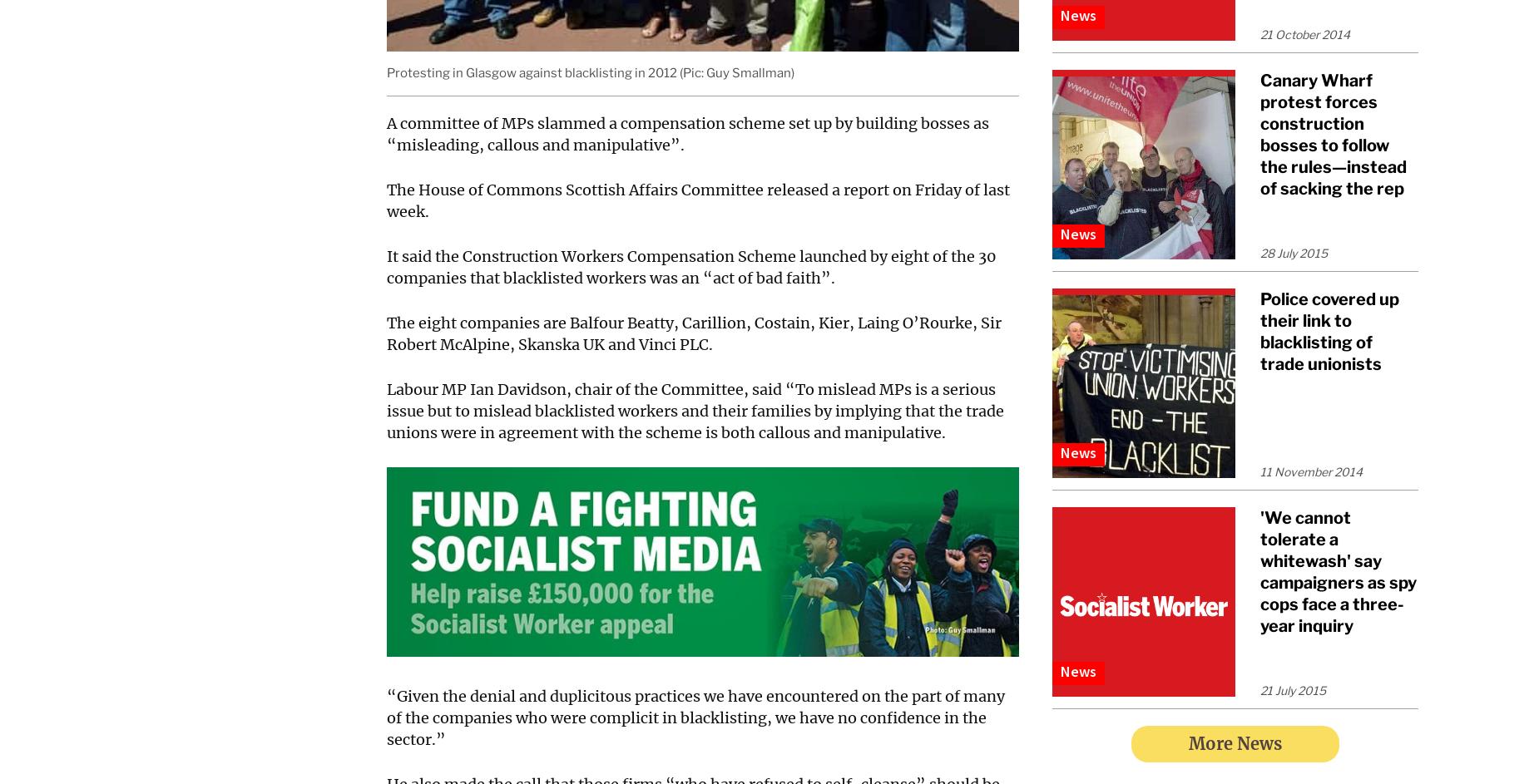  I want to click on 'A committee of MPs slammed a compensation scheme set up by building bosses as “misleading, callous and manipulative”.', so click(387, 133).